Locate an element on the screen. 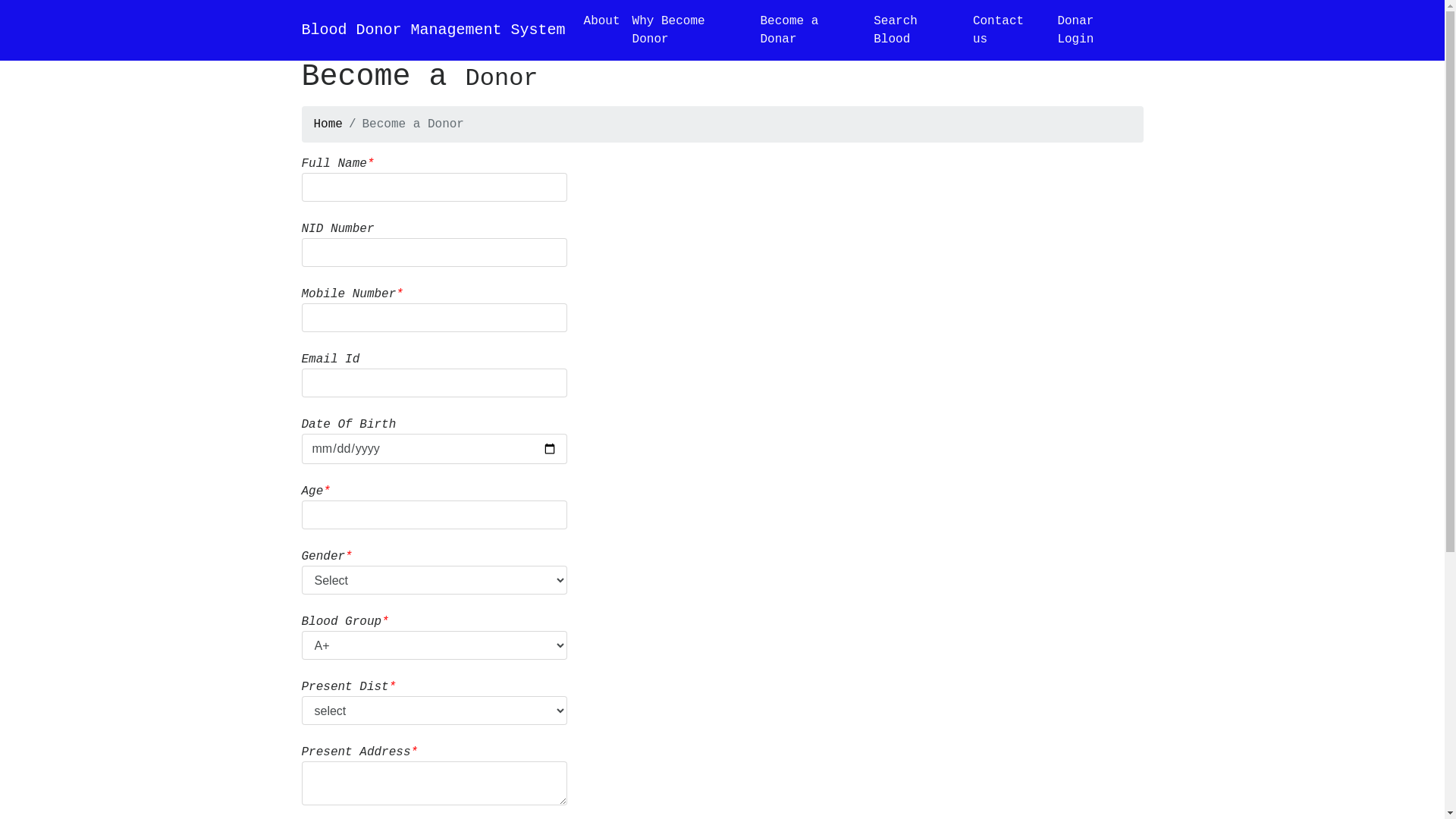  'Contact us' is located at coordinates (1009, 30).